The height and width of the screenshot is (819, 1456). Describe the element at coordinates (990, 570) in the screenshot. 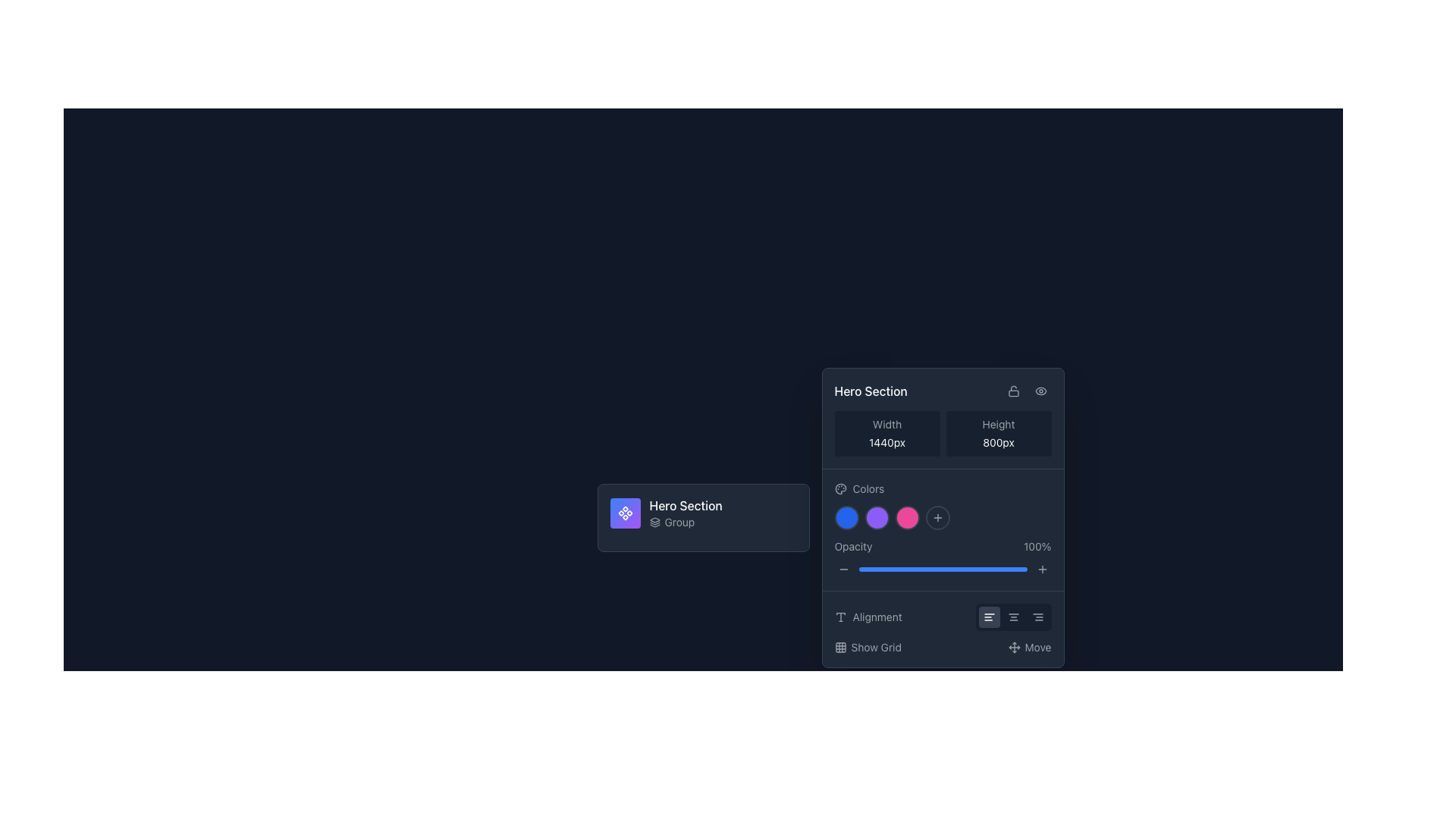

I see `slider` at that location.